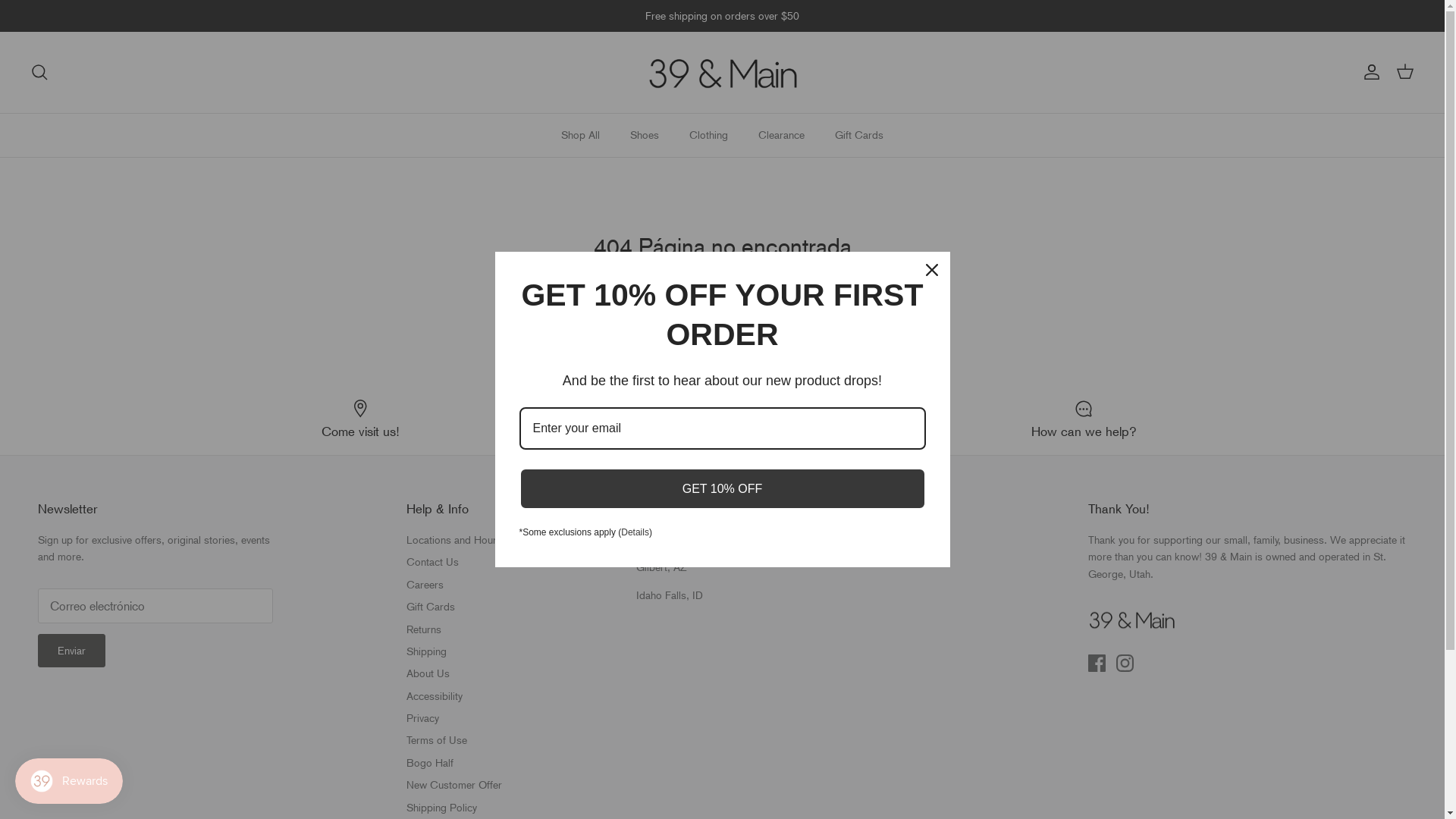  Describe the element at coordinates (436, 739) in the screenshot. I see `'Terms of Use'` at that location.